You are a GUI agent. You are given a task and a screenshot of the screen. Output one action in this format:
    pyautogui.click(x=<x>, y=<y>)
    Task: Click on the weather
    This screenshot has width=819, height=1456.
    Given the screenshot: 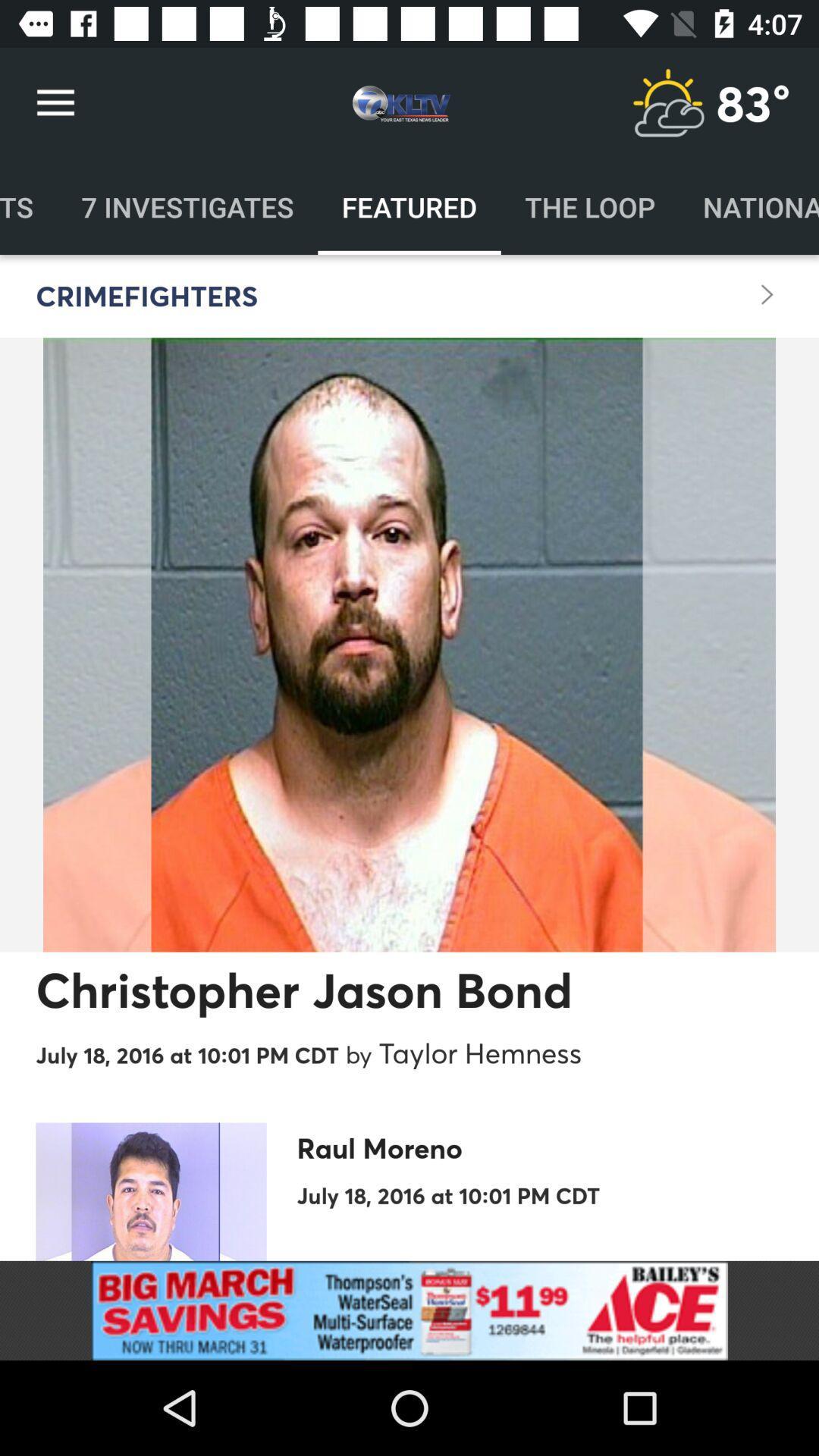 What is the action you would take?
    pyautogui.click(x=667, y=102)
    